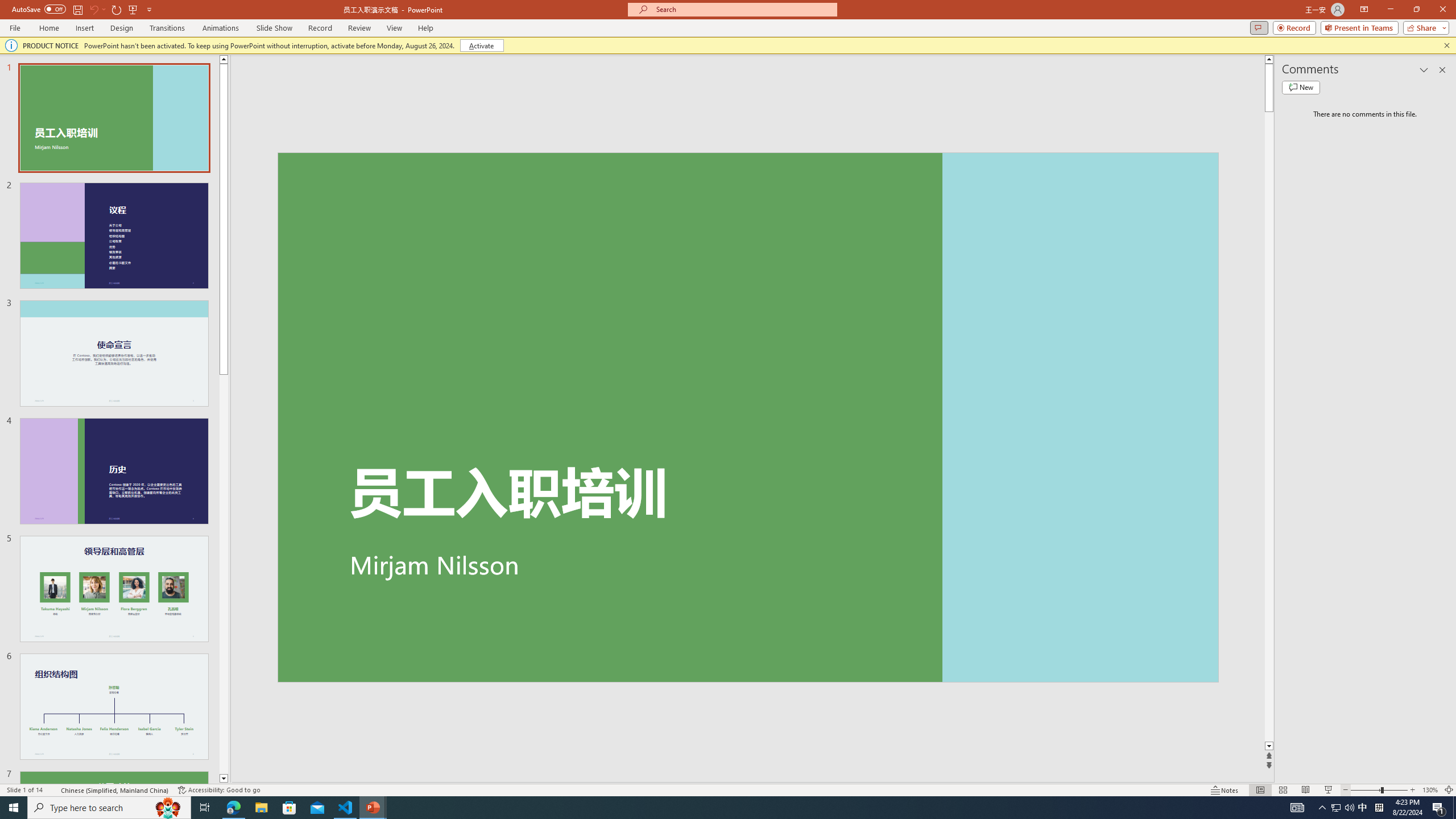 This screenshot has width=1456, height=819. Describe the element at coordinates (1446, 44) in the screenshot. I see `'Close this message'` at that location.